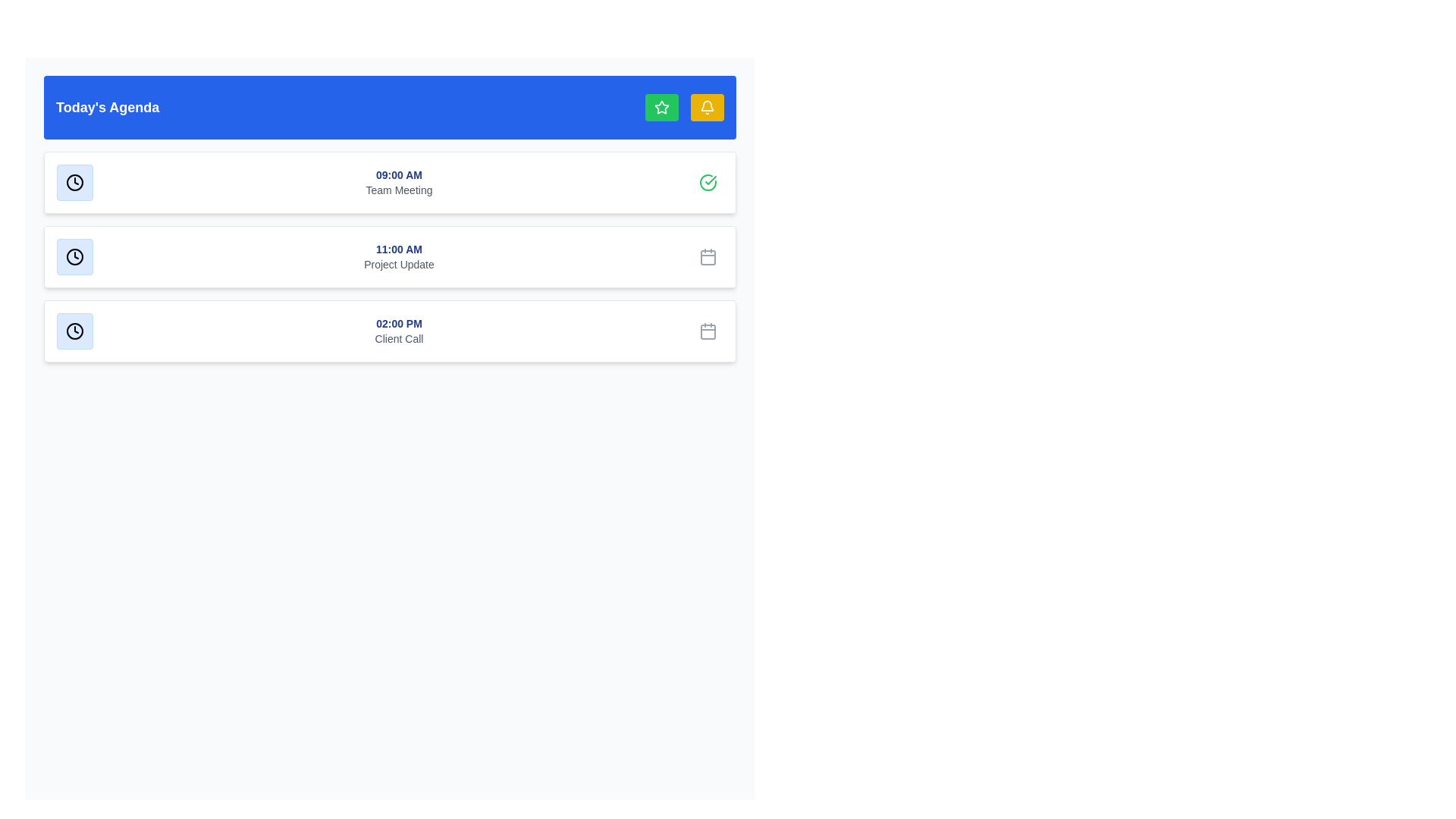 The image size is (1456, 819). What do you see at coordinates (399, 330) in the screenshot?
I see `displayed information from the label showing '02:00 PM' in bold blue text and 'Client Call' in lighter gray text, located under the 'Today's Agenda' section` at bounding box center [399, 330].